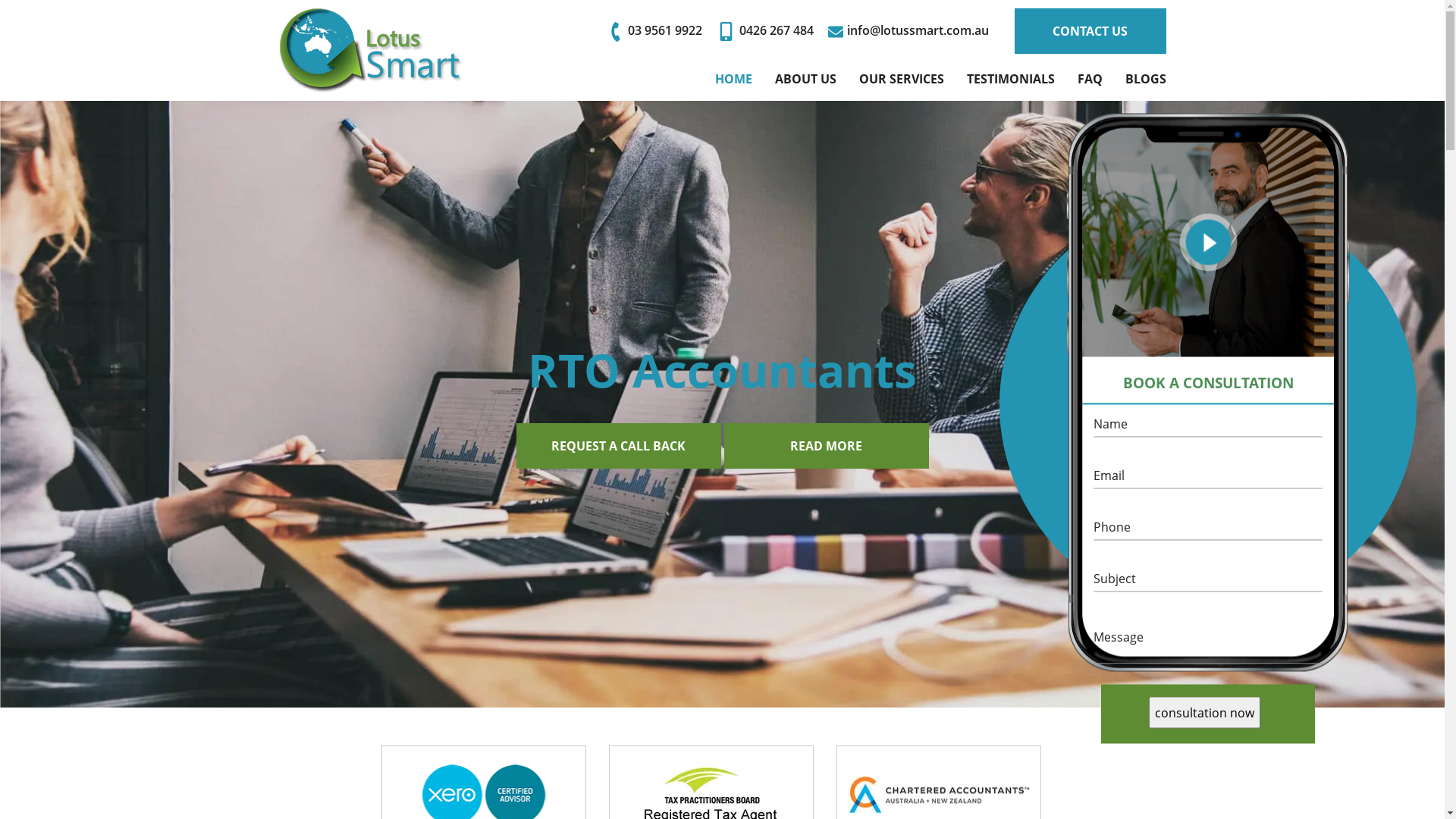 The width and height of the screenshot is (1456, 819). Describe the element at coordinates (654, 30) in the screenshot. I see `'03 9561 9922'` at that location.